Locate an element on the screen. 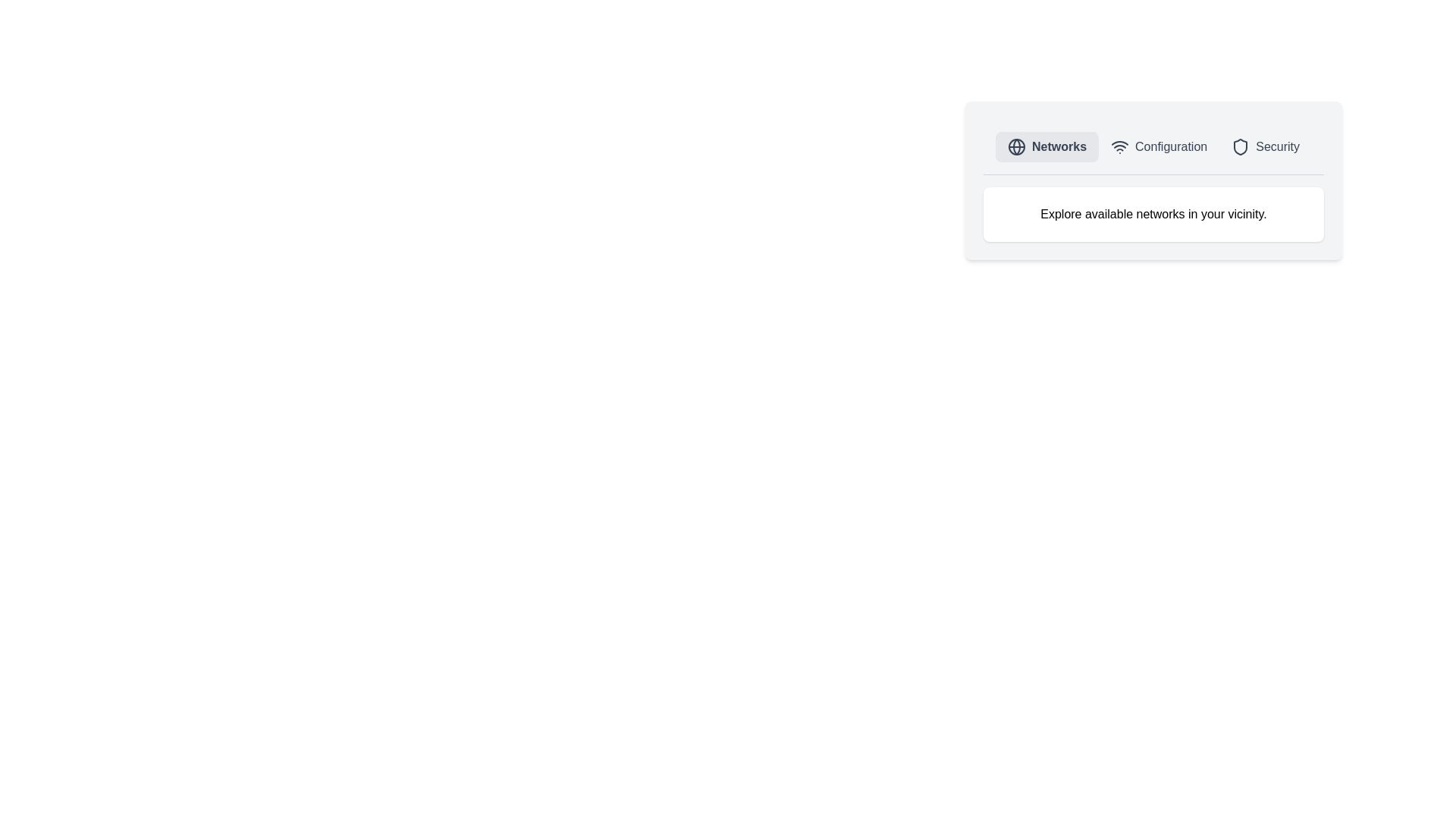 This screenshot has height=819, width=1456. the Configuration tab is located at coordinates (1157, 146).